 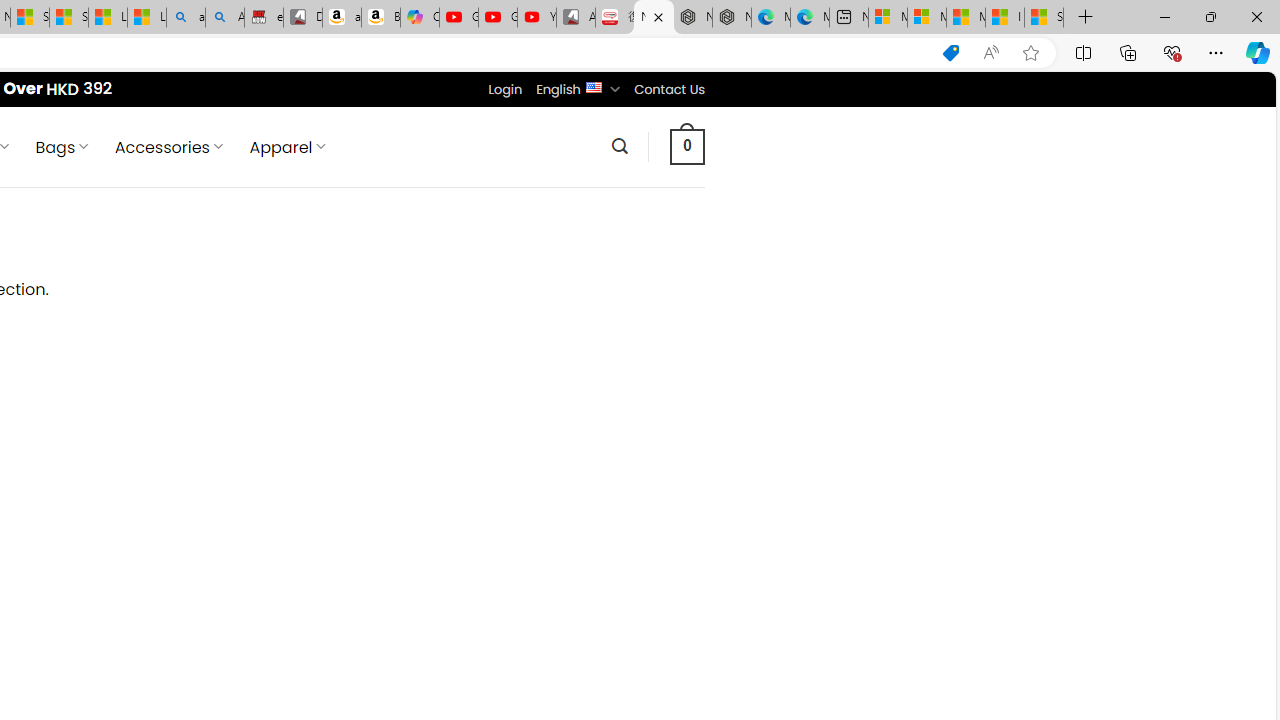 What do you see at coordinates (505, 88) in the screenshot?
I see `'Login'` at bounding box center [505, 88].